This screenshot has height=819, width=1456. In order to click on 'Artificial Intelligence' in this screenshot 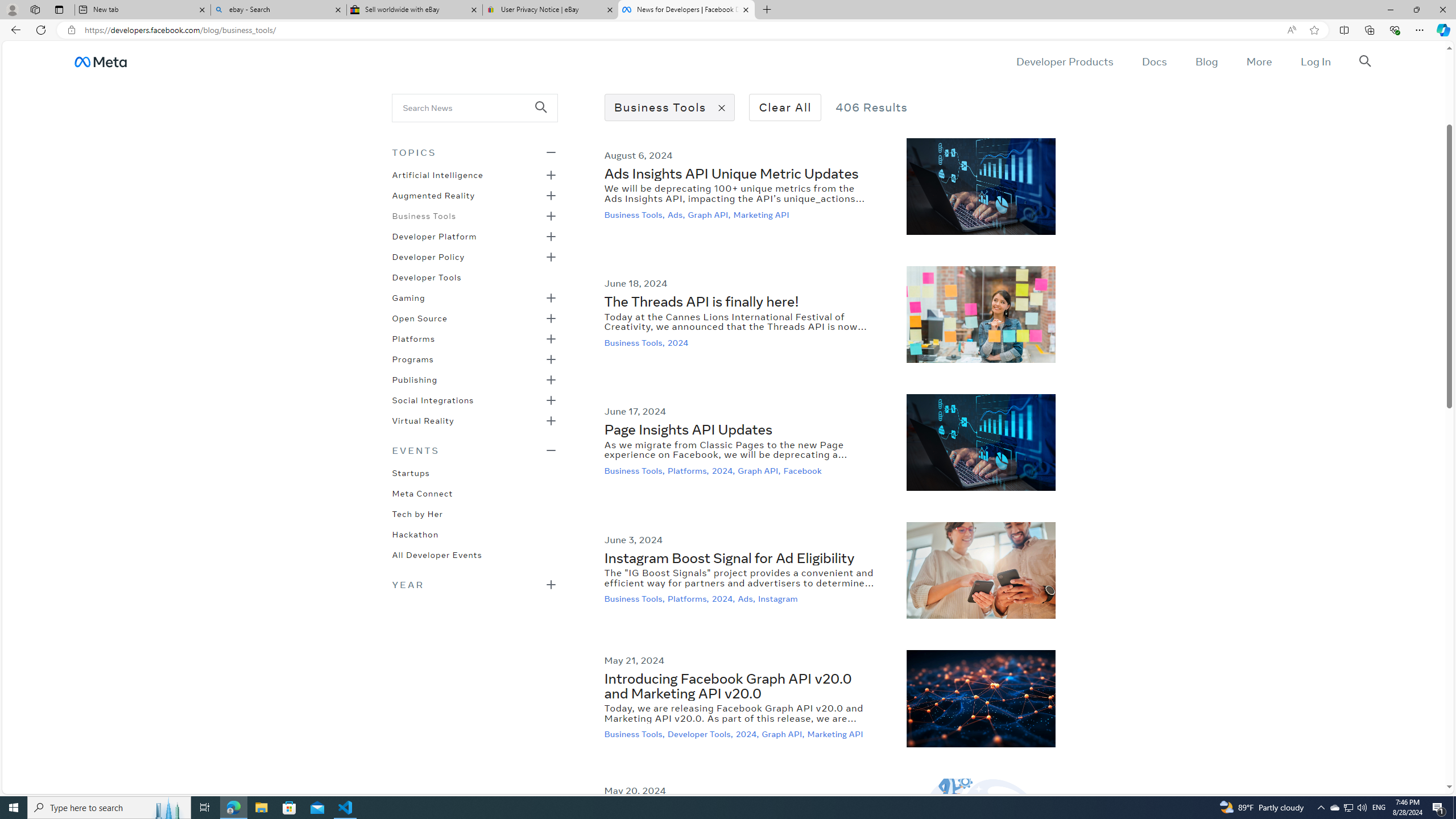, I will do `click(437, 174)`.